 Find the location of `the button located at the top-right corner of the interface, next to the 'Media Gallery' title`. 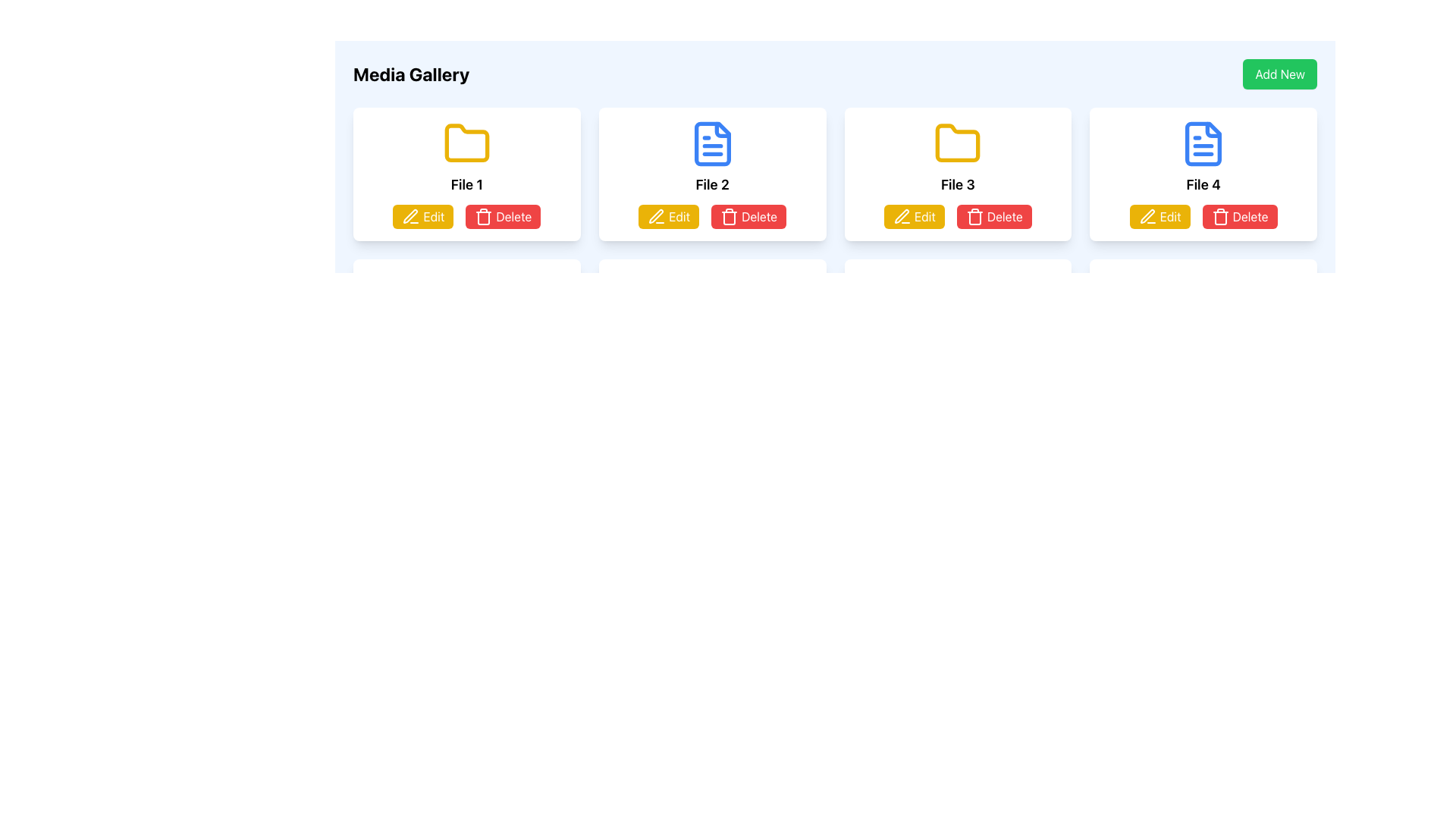

the button located at the top-right corner of the interface, next to the 'Media Gallery' title is located at coordinates (1279, 74).